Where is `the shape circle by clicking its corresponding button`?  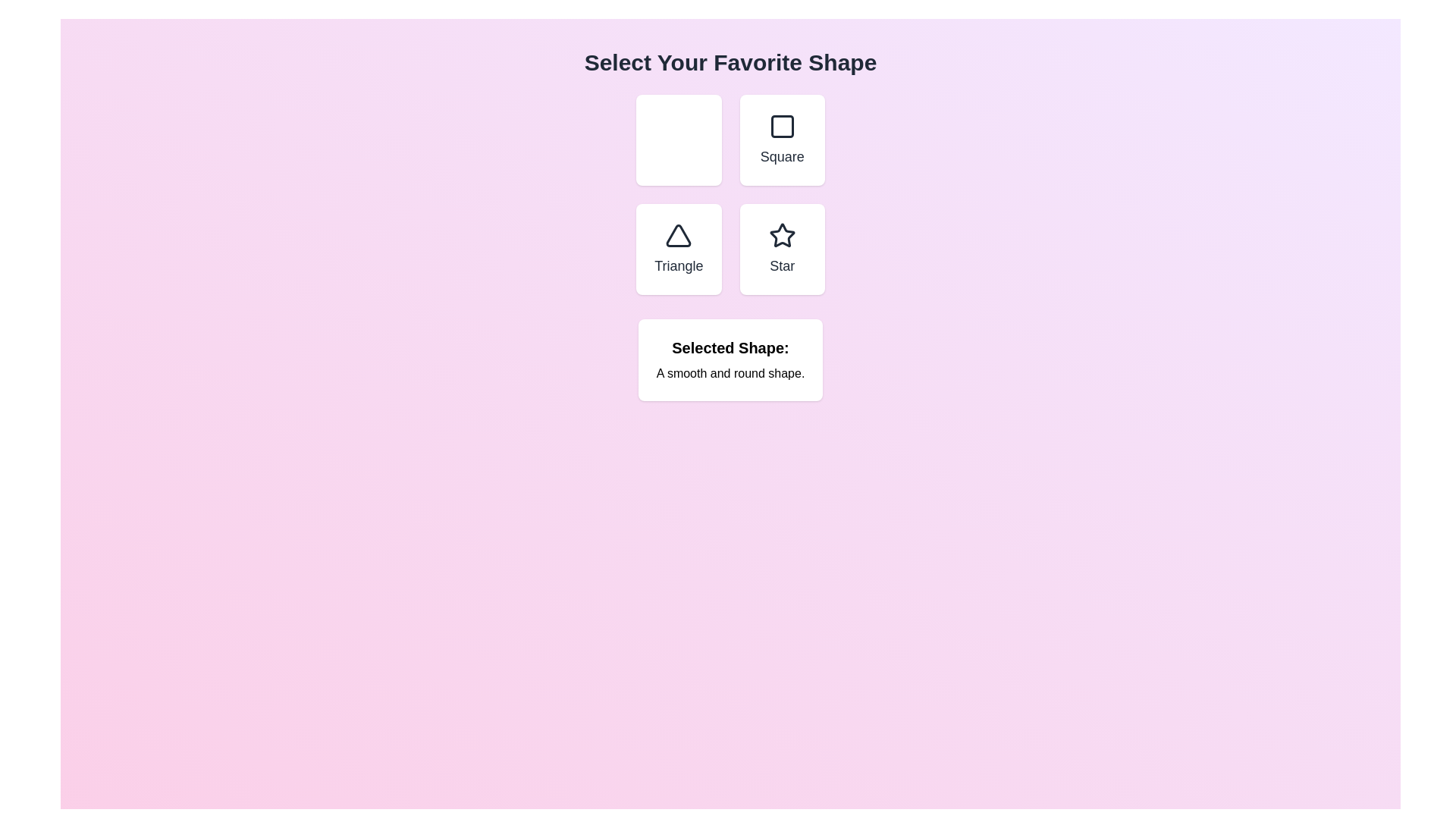 the shape circle by clicking its corresponding button is located at coordinates (677, 140).